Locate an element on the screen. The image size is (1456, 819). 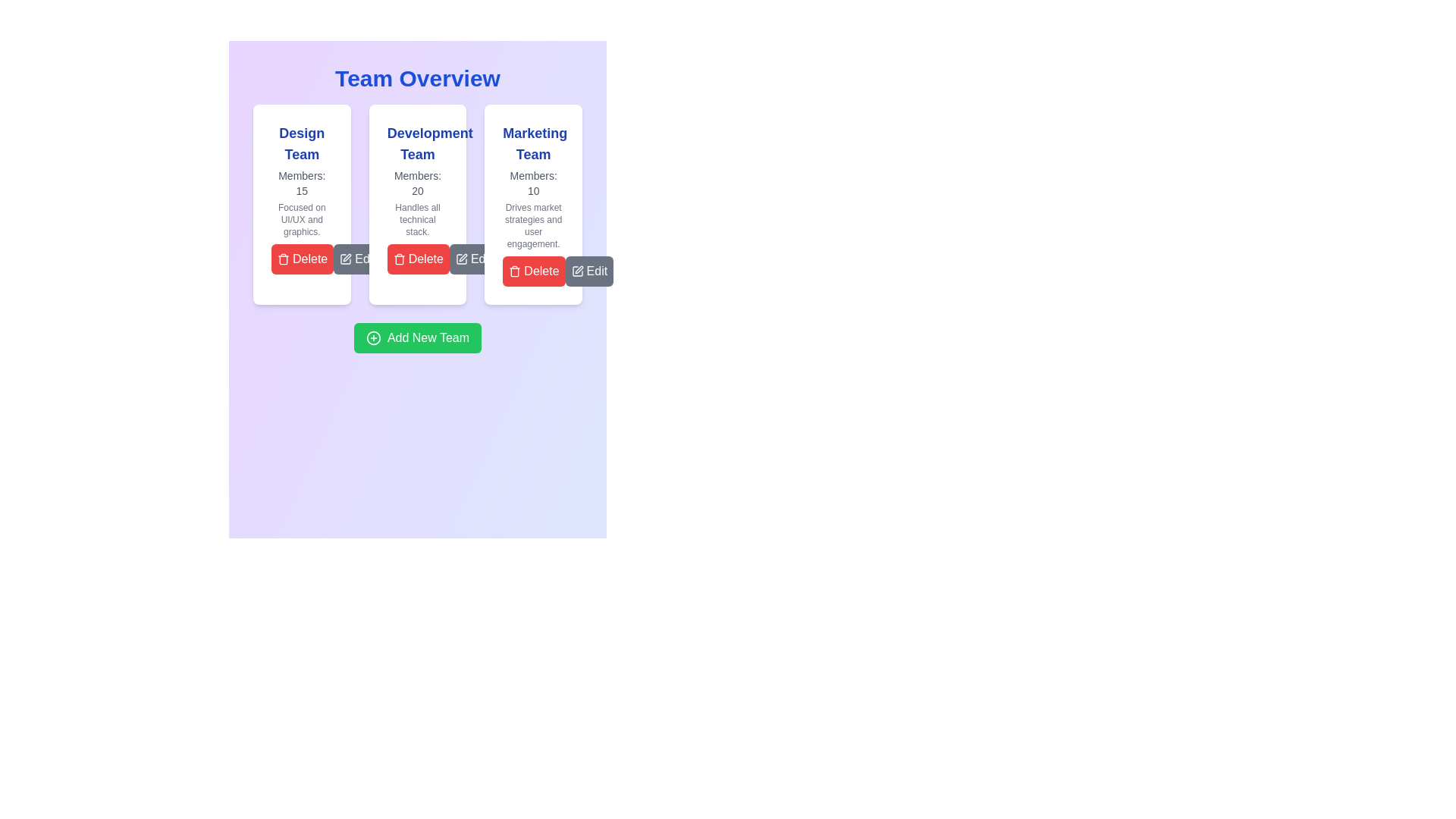
the static text label that provides a description of the responsibilities of the 'Marketing Team', located within the third card from the left, below the 'Members: 10' text is located at coordinates (533, 225).